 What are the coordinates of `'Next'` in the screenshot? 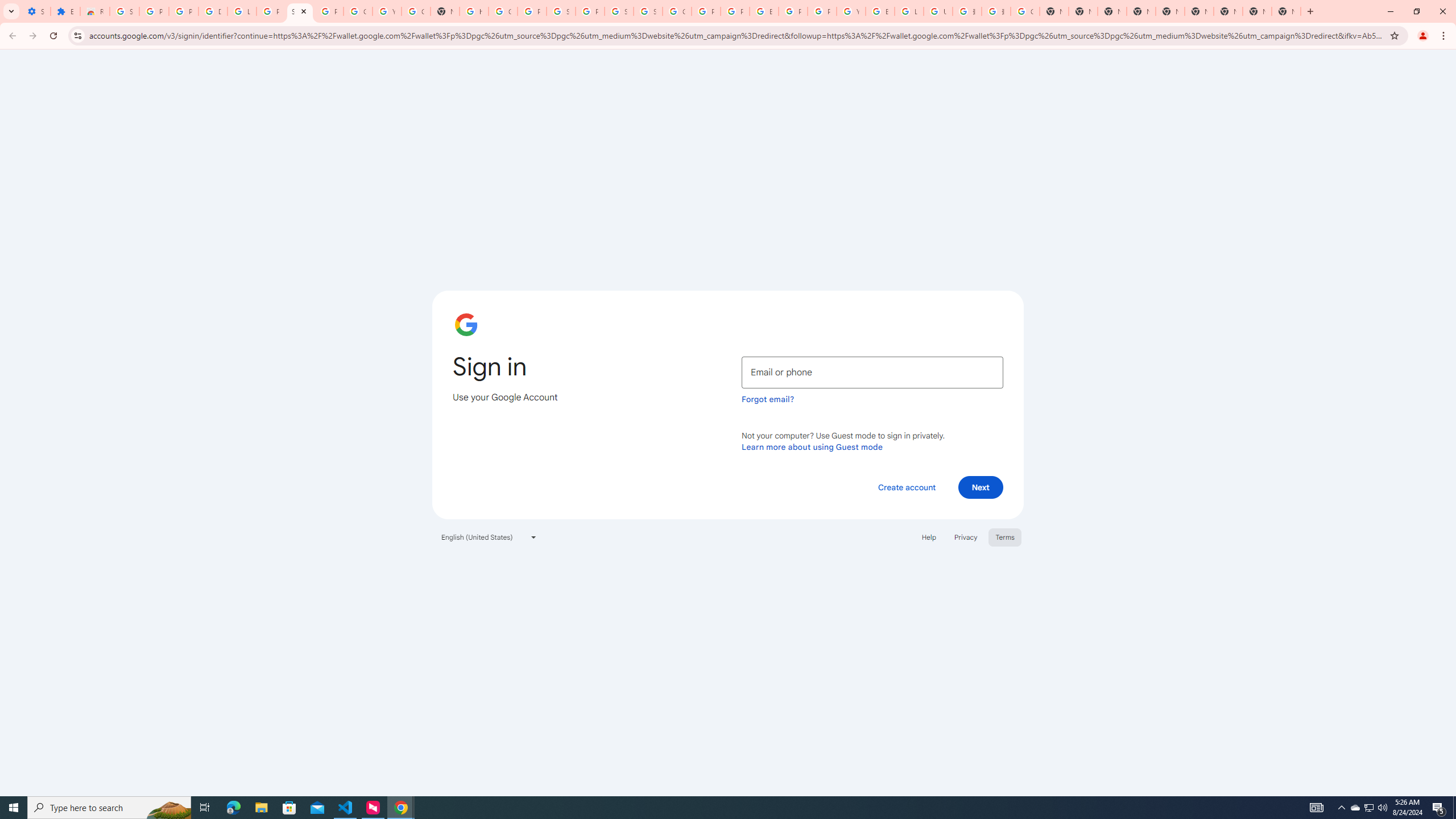 It's located at (981, 486).